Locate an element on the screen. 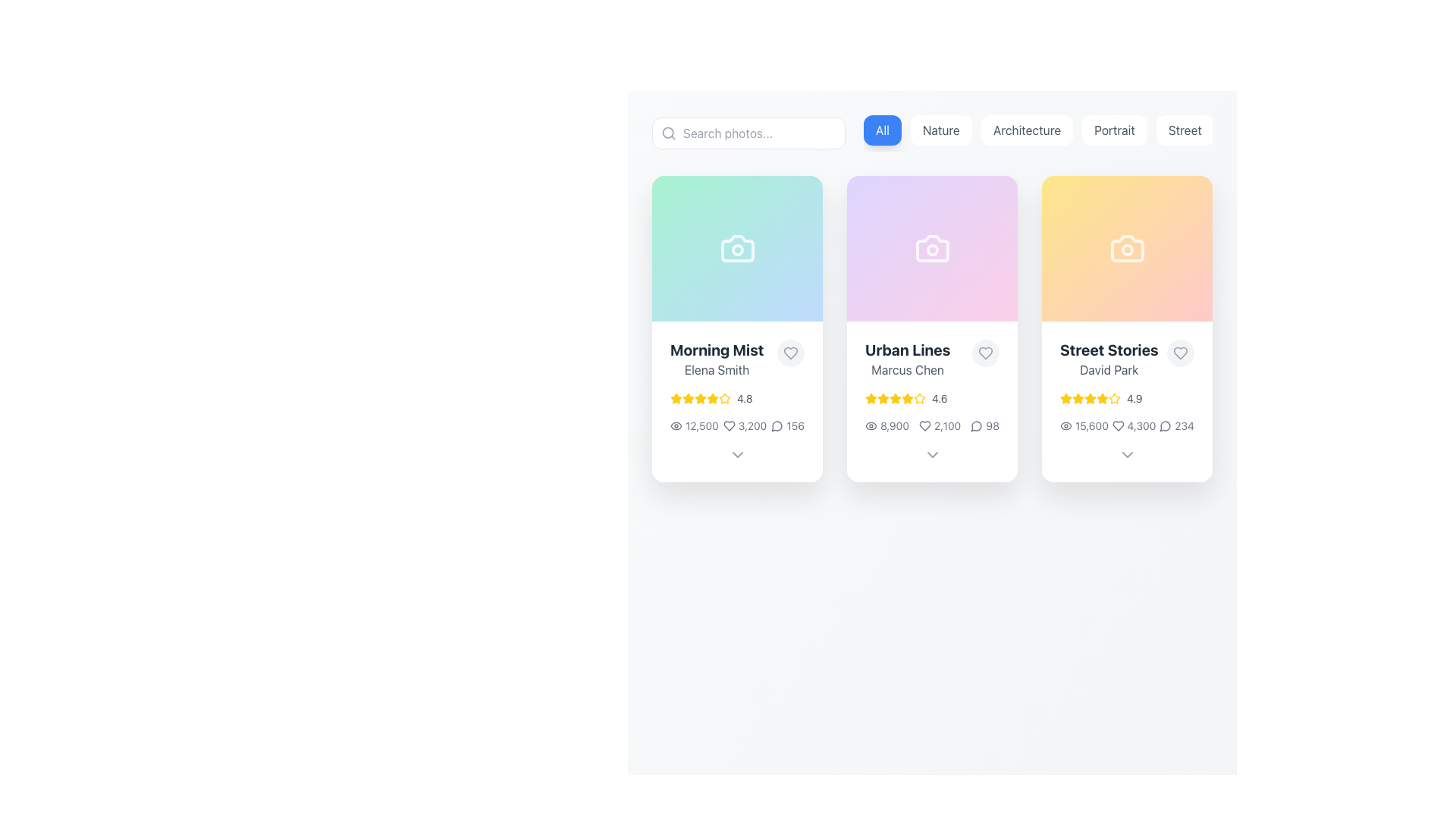 Image resolution: width=1456 pixels, height=819 pixels. the primary title and author text block in the third card of a row of three cards is located at coordinates (1109, 359).